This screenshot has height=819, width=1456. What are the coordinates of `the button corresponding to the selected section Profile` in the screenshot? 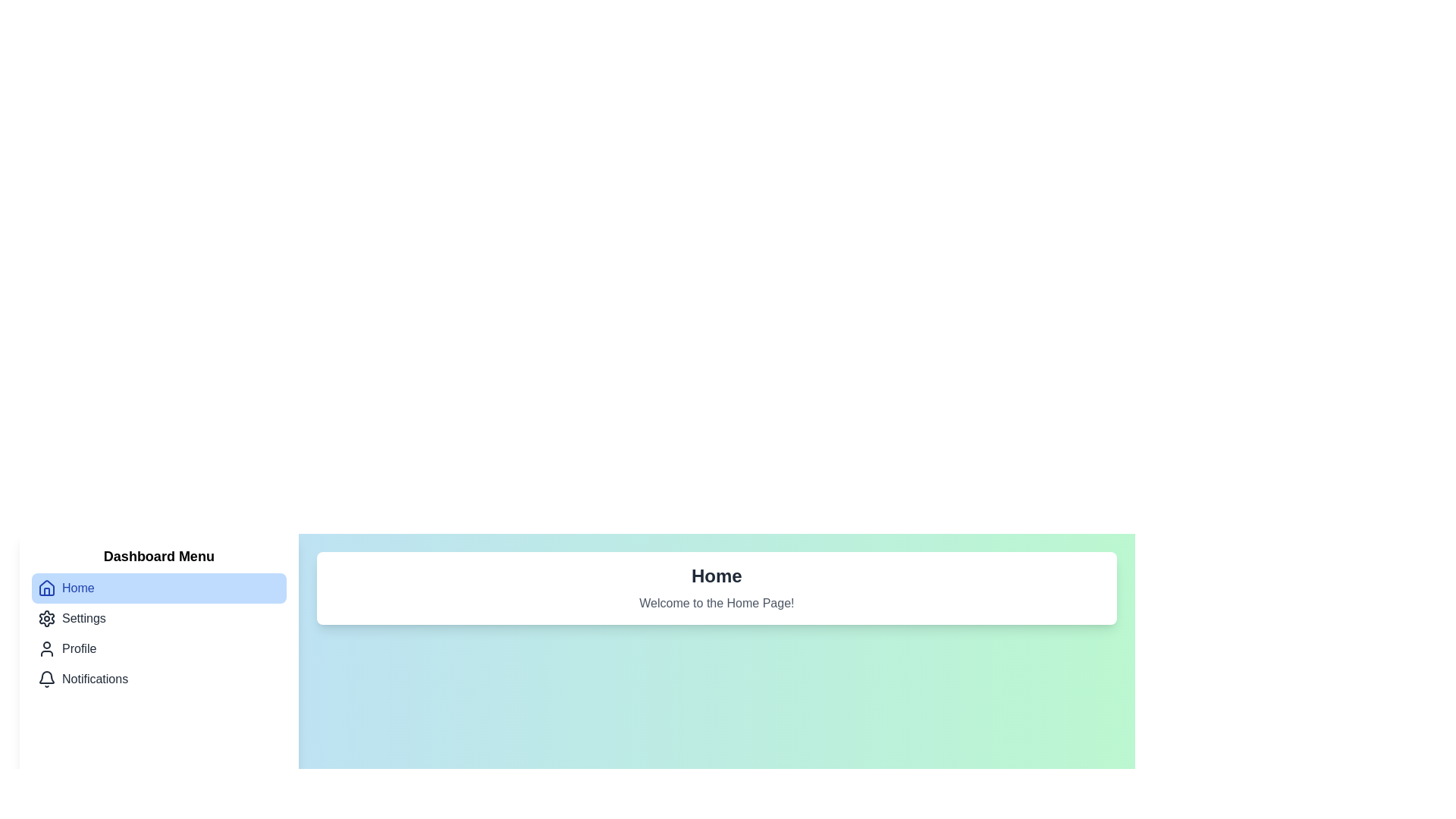 It's located at (158, 648).